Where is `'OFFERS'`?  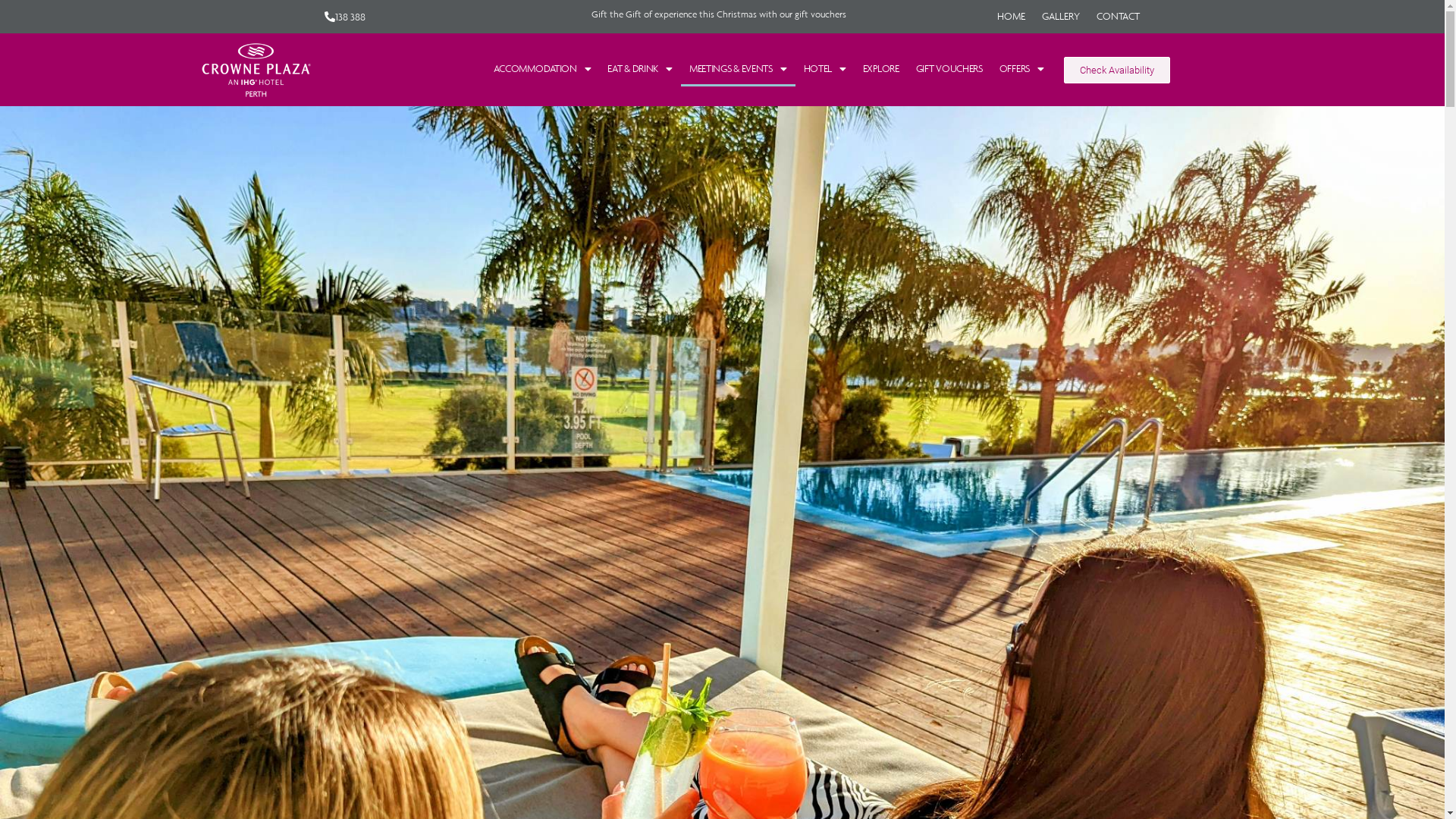
'OFFERS' is located at coordinates (1021, 69).